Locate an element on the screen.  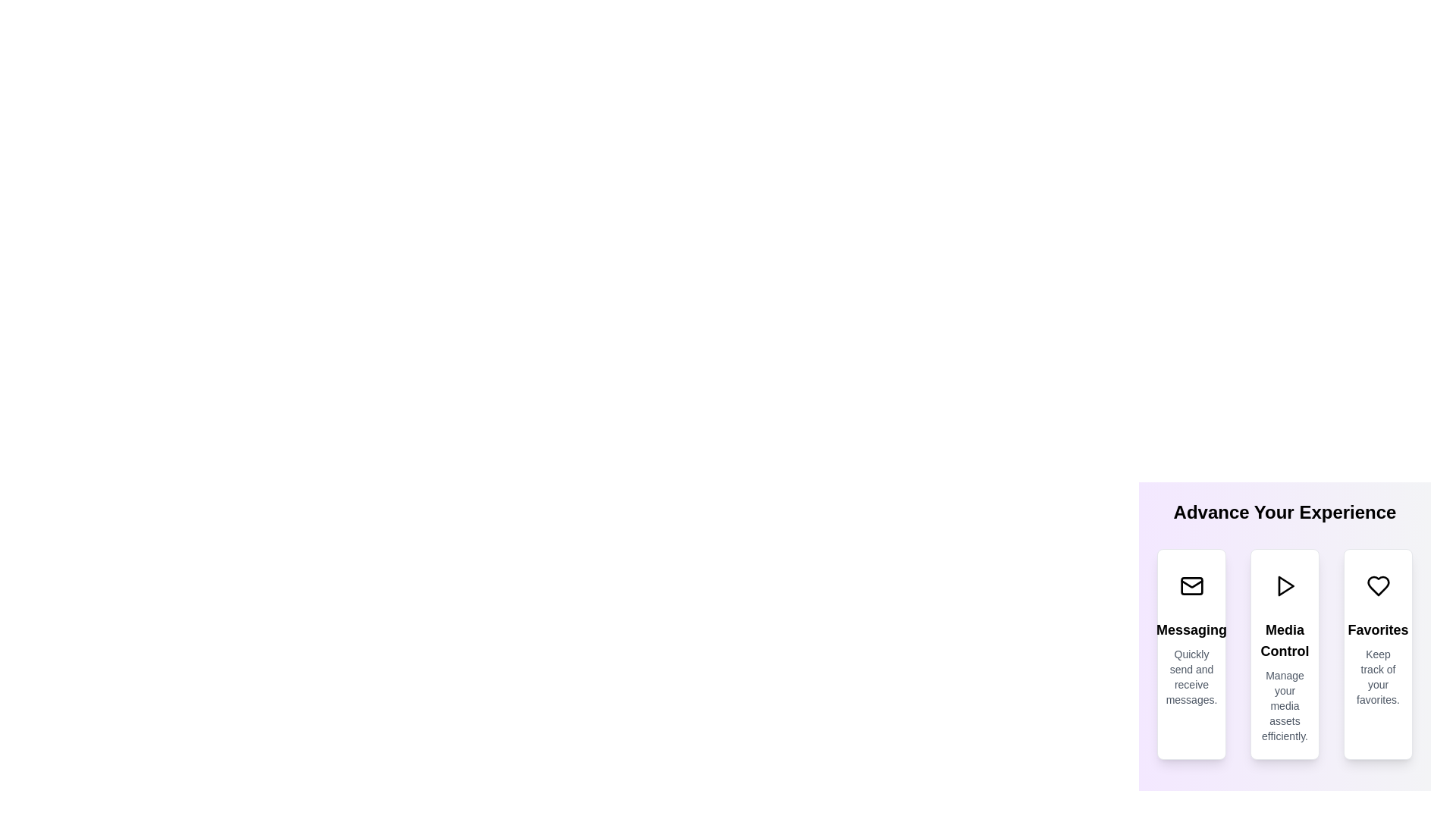
text label 'Favorites' which is styled with bold black text and located centrally within a card at the far-right of a three-card layout is located at coordinates (1378, 629).